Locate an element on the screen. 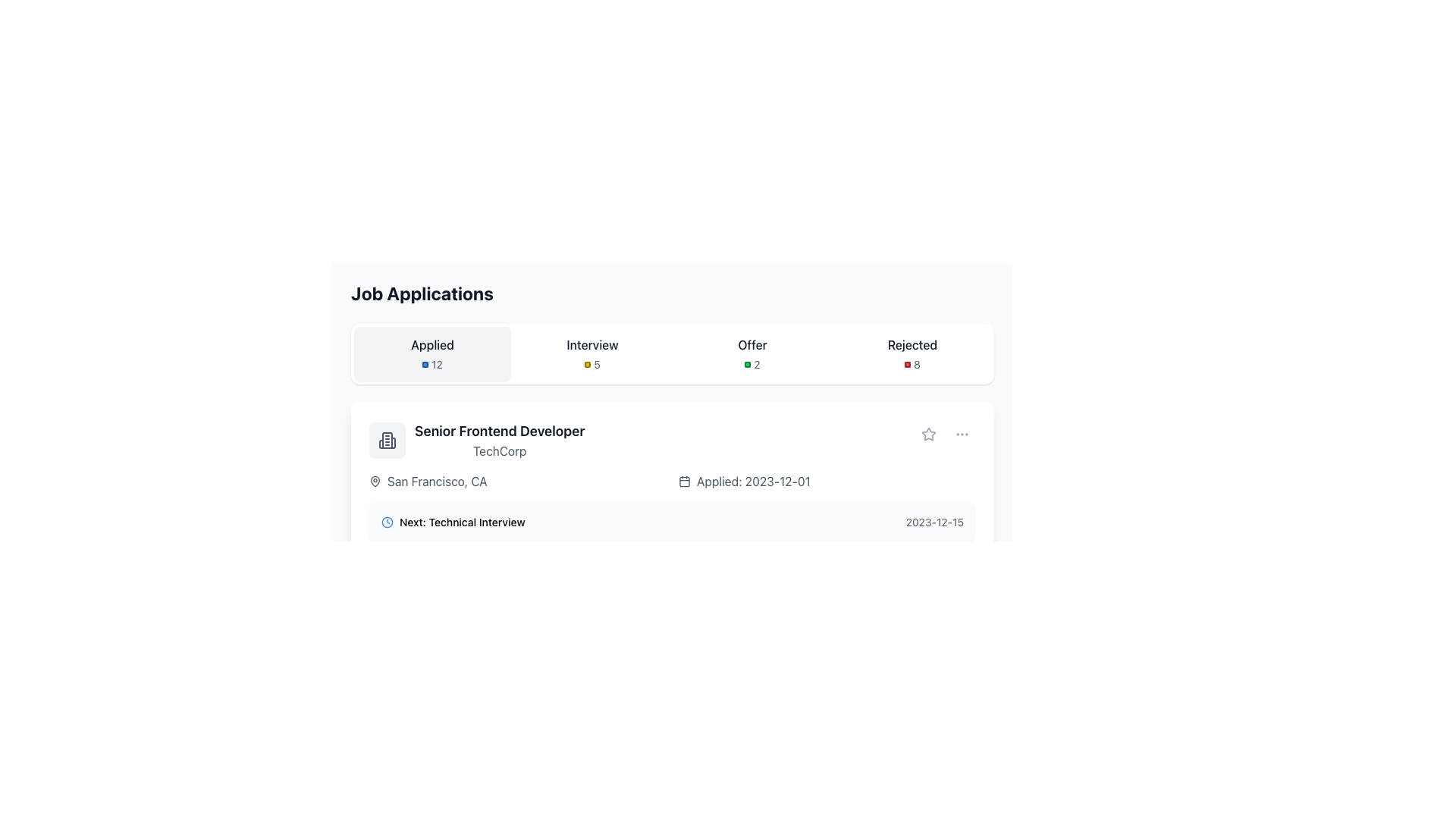 The height and width of the screenshot is (819, 1456). the small numeric label displaying the number '8' in gray font, located under the 'Rejected' category label in the 'Job Applications' section is located at coordinates (916, 365).